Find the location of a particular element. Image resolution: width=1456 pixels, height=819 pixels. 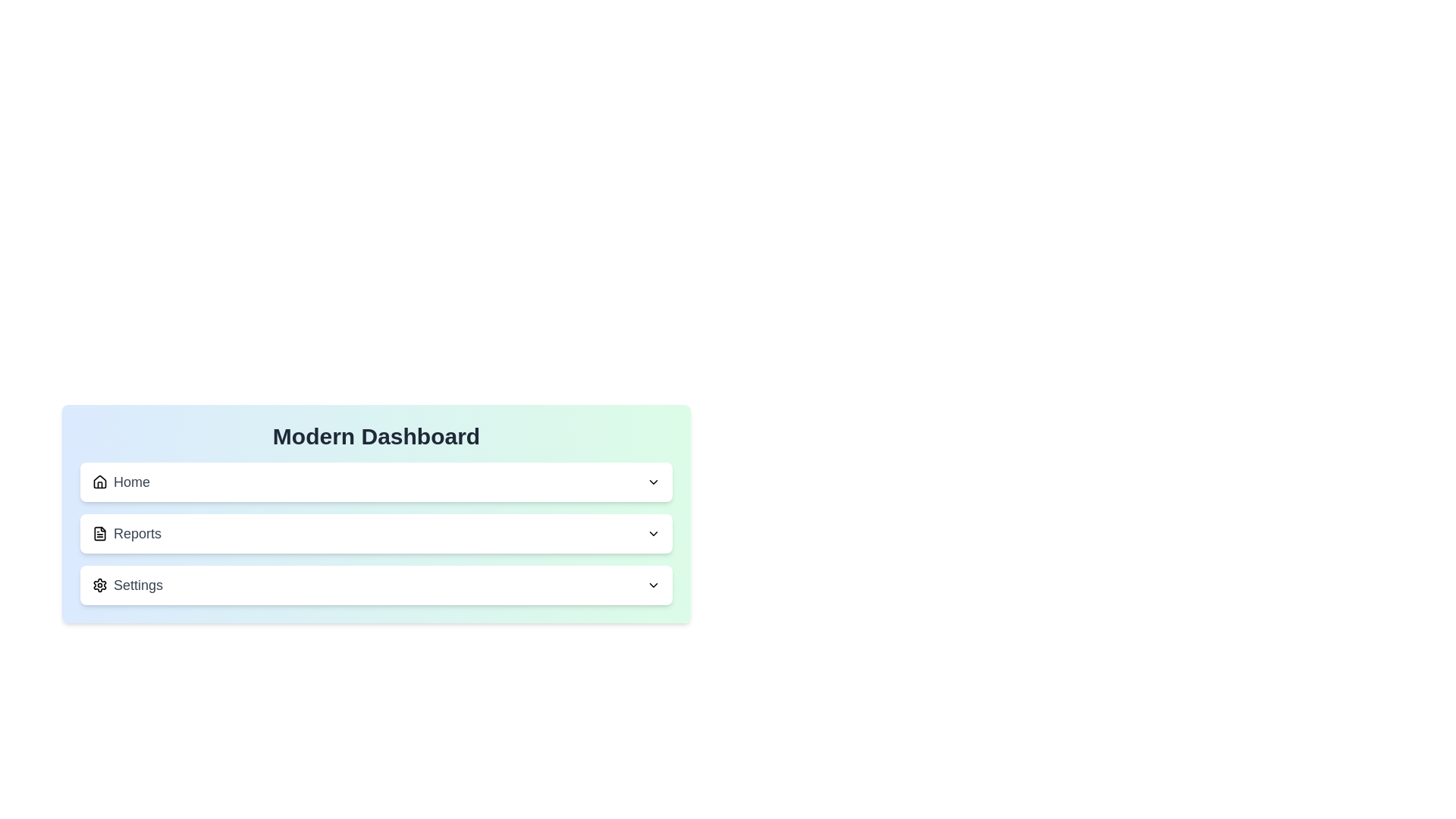

the 'Settings' button located at the bottom of the card interface to trigger tooltip or highlight effects is located at coordinates (376, 584).